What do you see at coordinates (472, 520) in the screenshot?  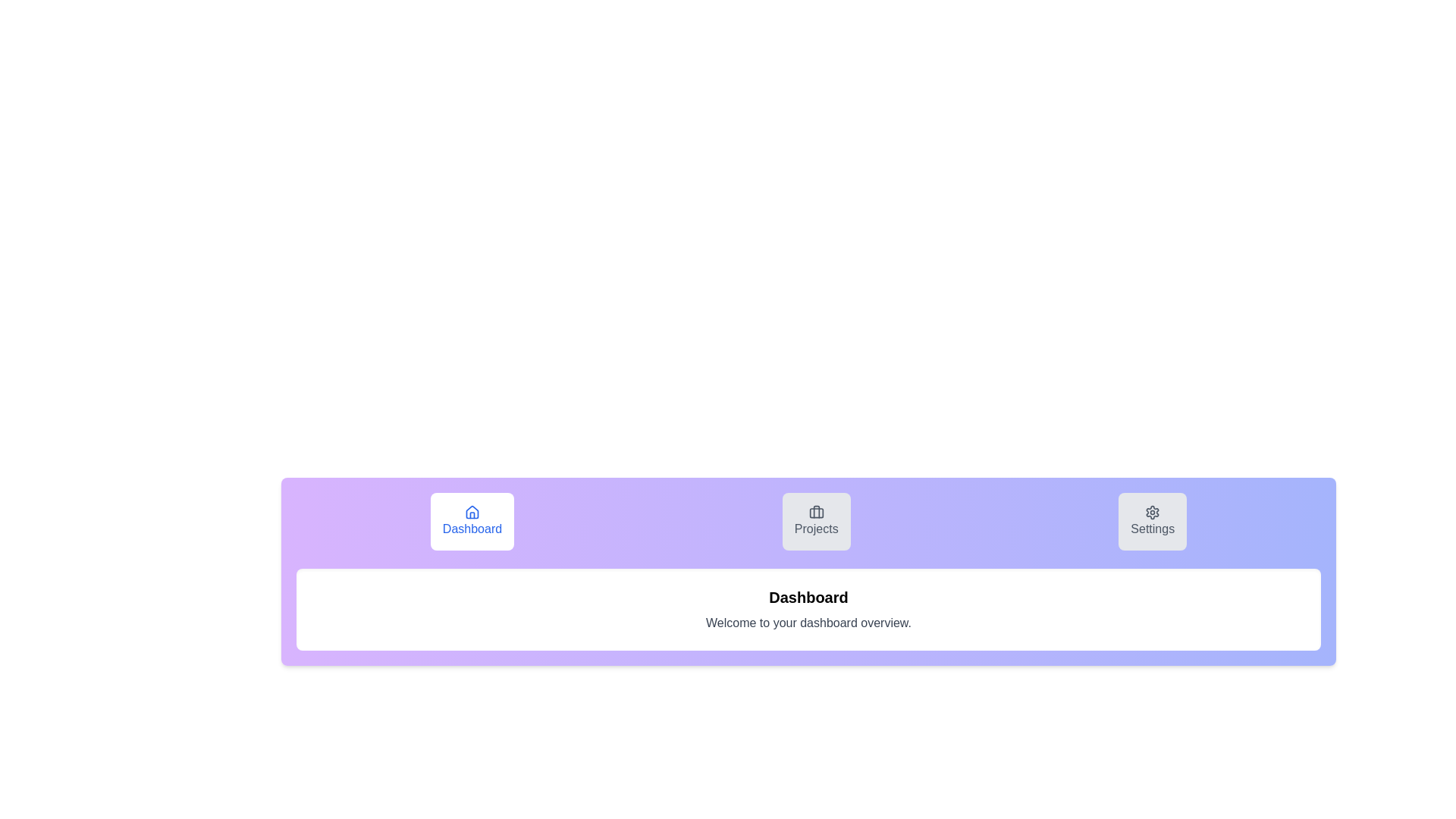 I see `the Dashboard tab by clicking on its button` at bounding box center [472, 520].